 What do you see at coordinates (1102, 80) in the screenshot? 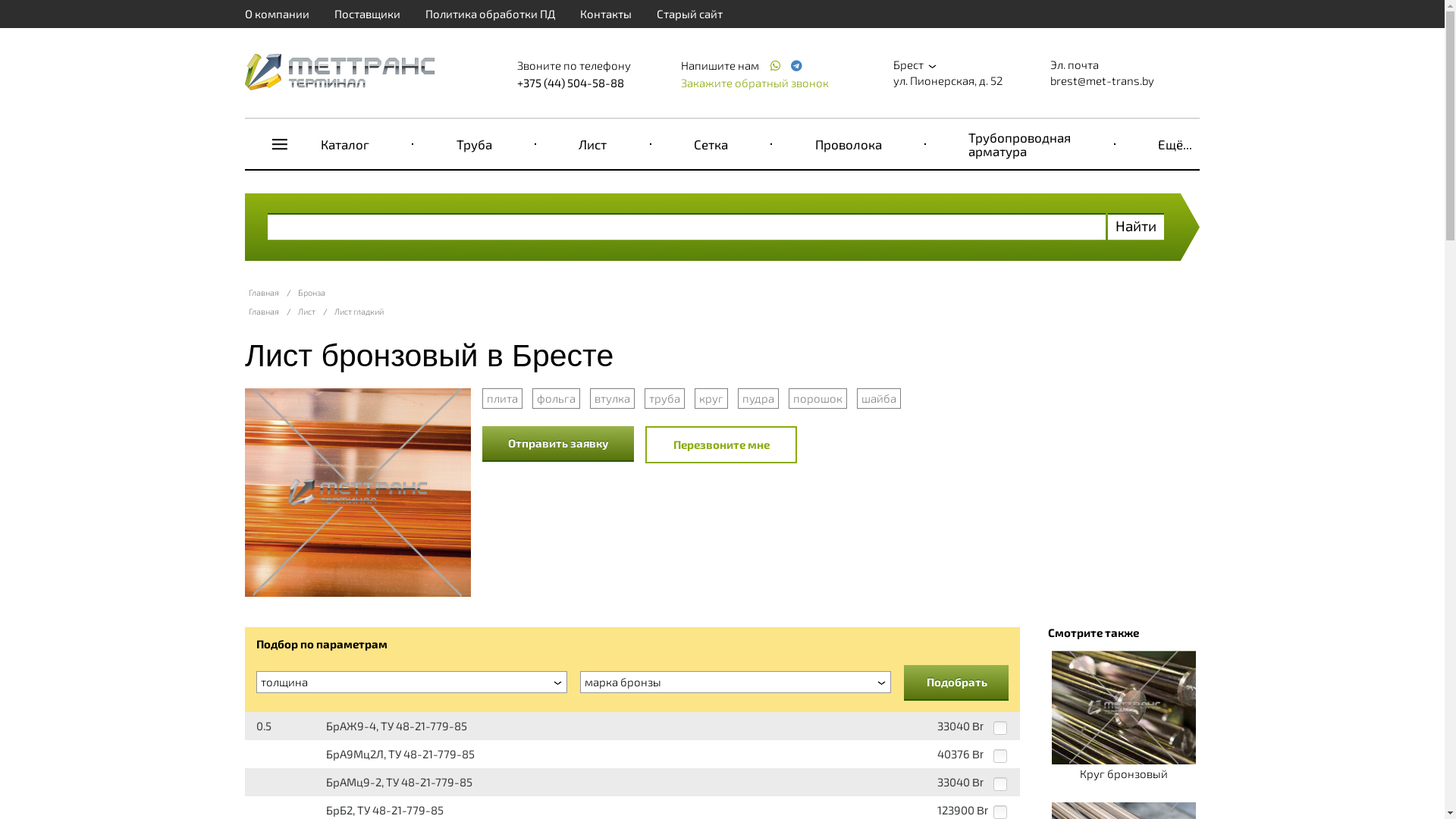
I see `'brest@met-trans.by'` at bounding box center [1102, 80].